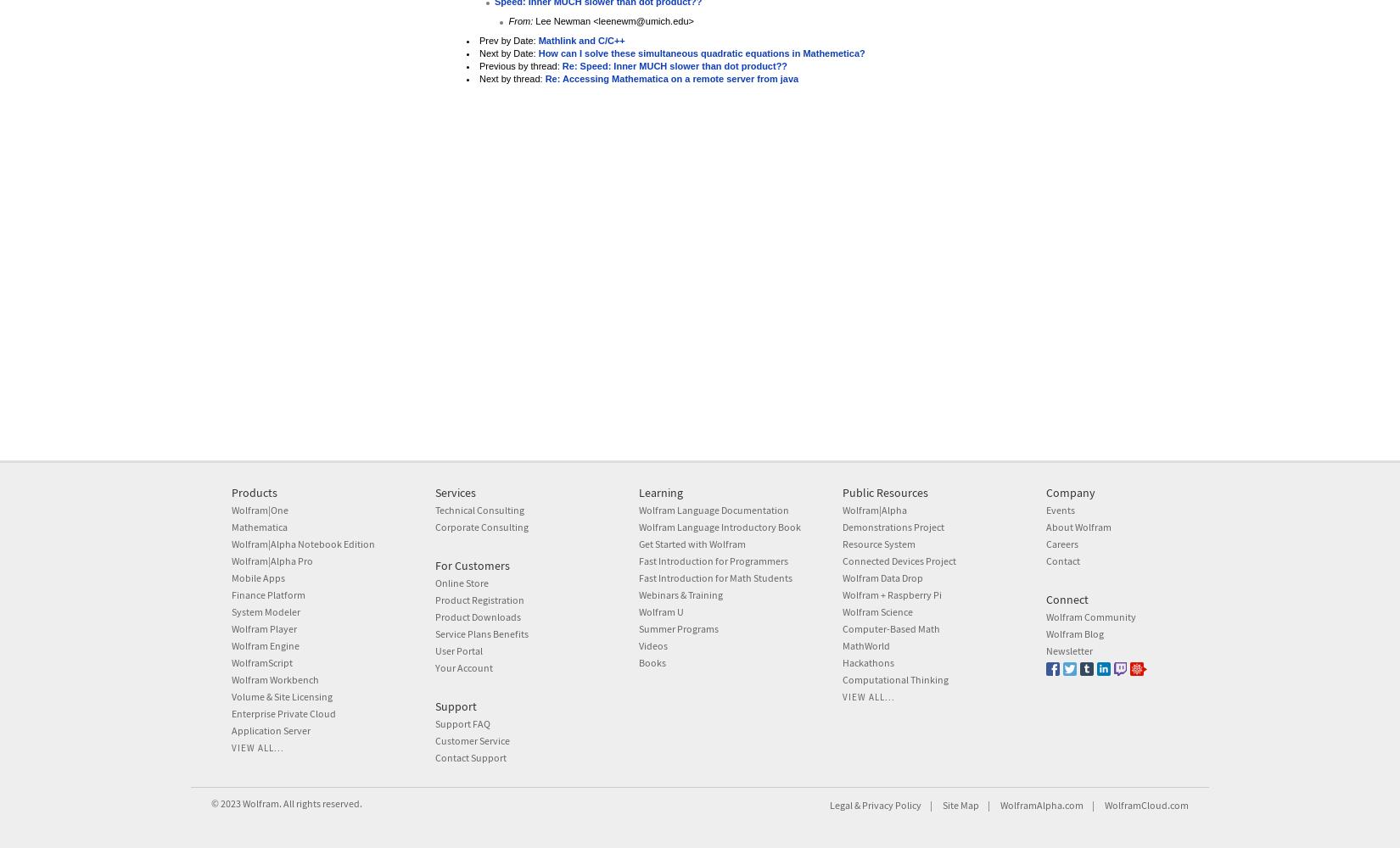 This screenshot has width=1400, height=848. What do you see at coordinates (462, 722) in the screenshot?
I see `'Support FAQ'` at bounding box center [462, 722].